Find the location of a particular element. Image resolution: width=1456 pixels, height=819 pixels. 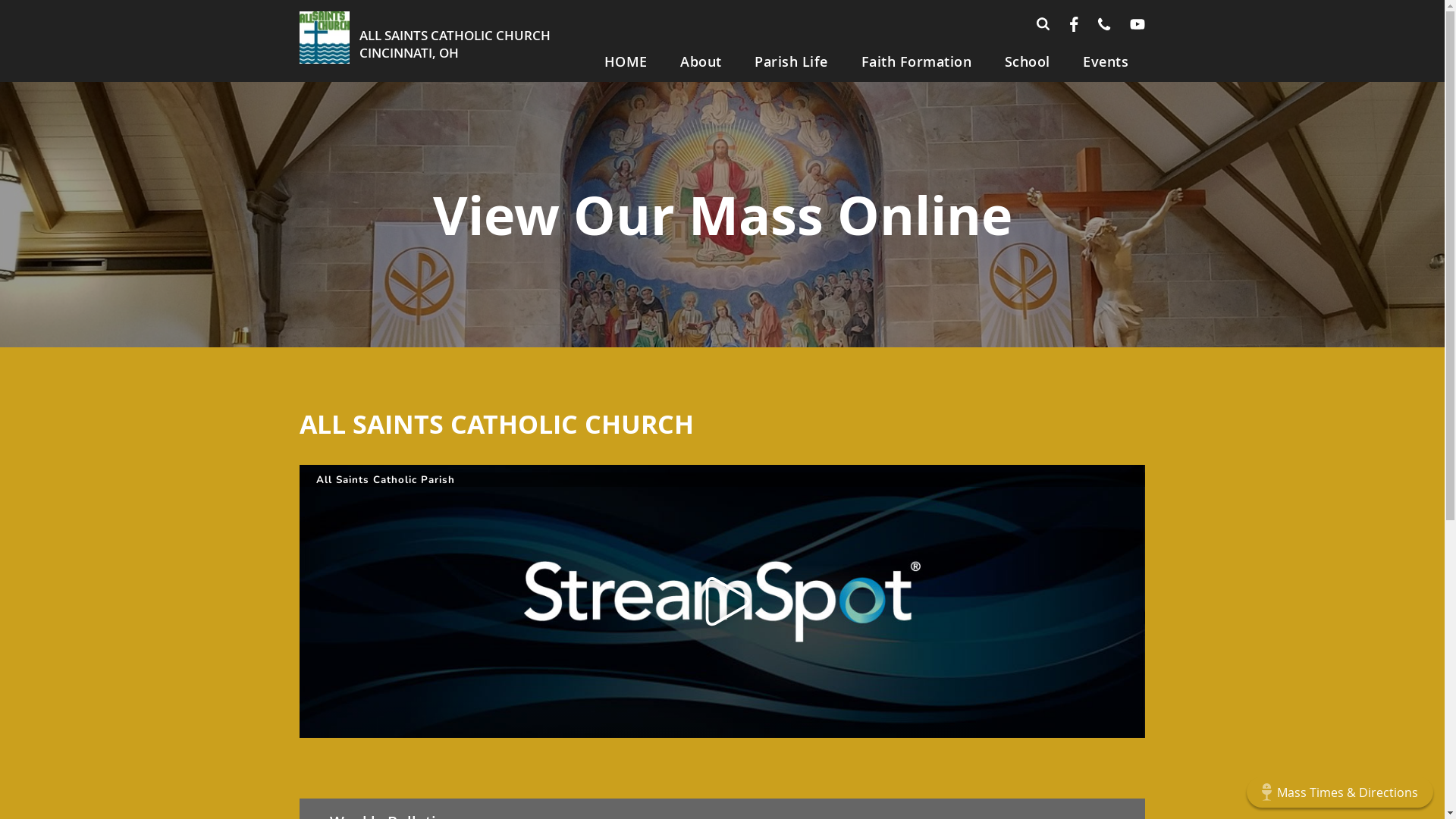

'About' is located at coordinates (701, 61).